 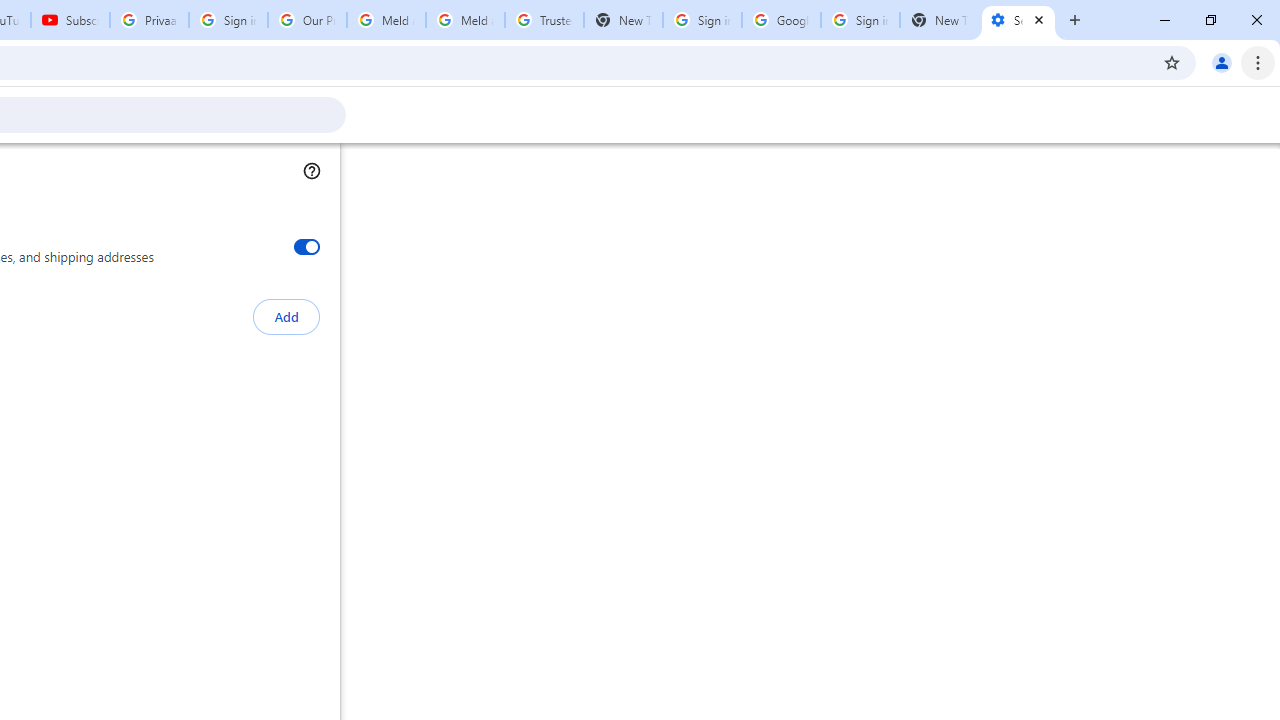 What do you see at coordinates (938, 20) in the screenshot?
I see `'New Tab'` at bounding box center [938, 20].